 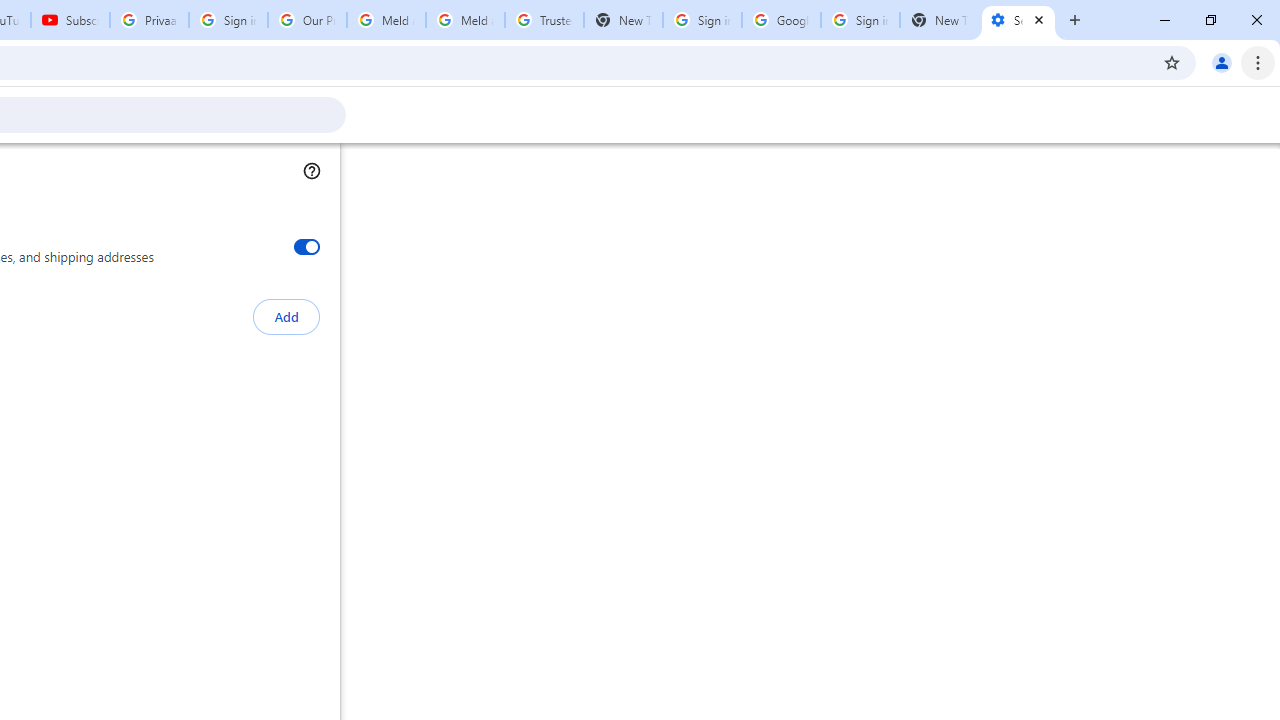 What do you see at coordinates (938, 20) in the screenshot?
I see `'New Tab'` at bounding box center [938, 20].